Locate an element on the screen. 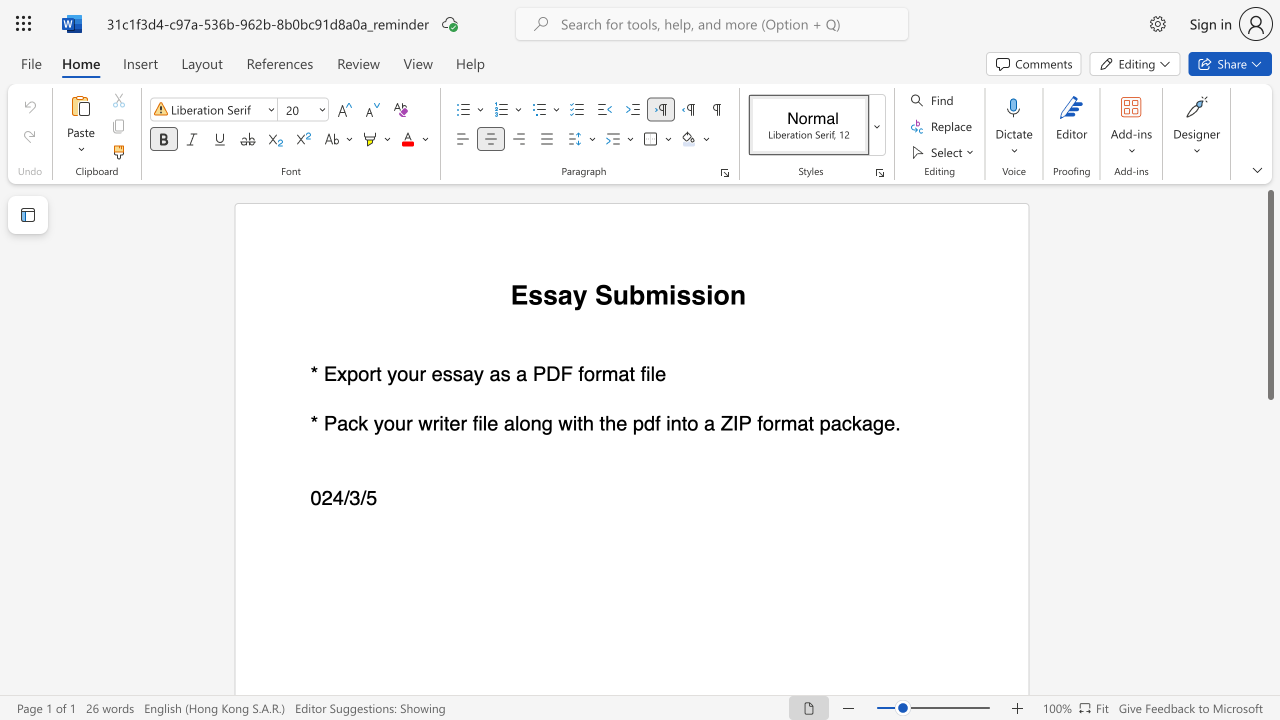 The image size is (1280, 720). the 1th character "a" in the text is located at coordinates (521, 374).